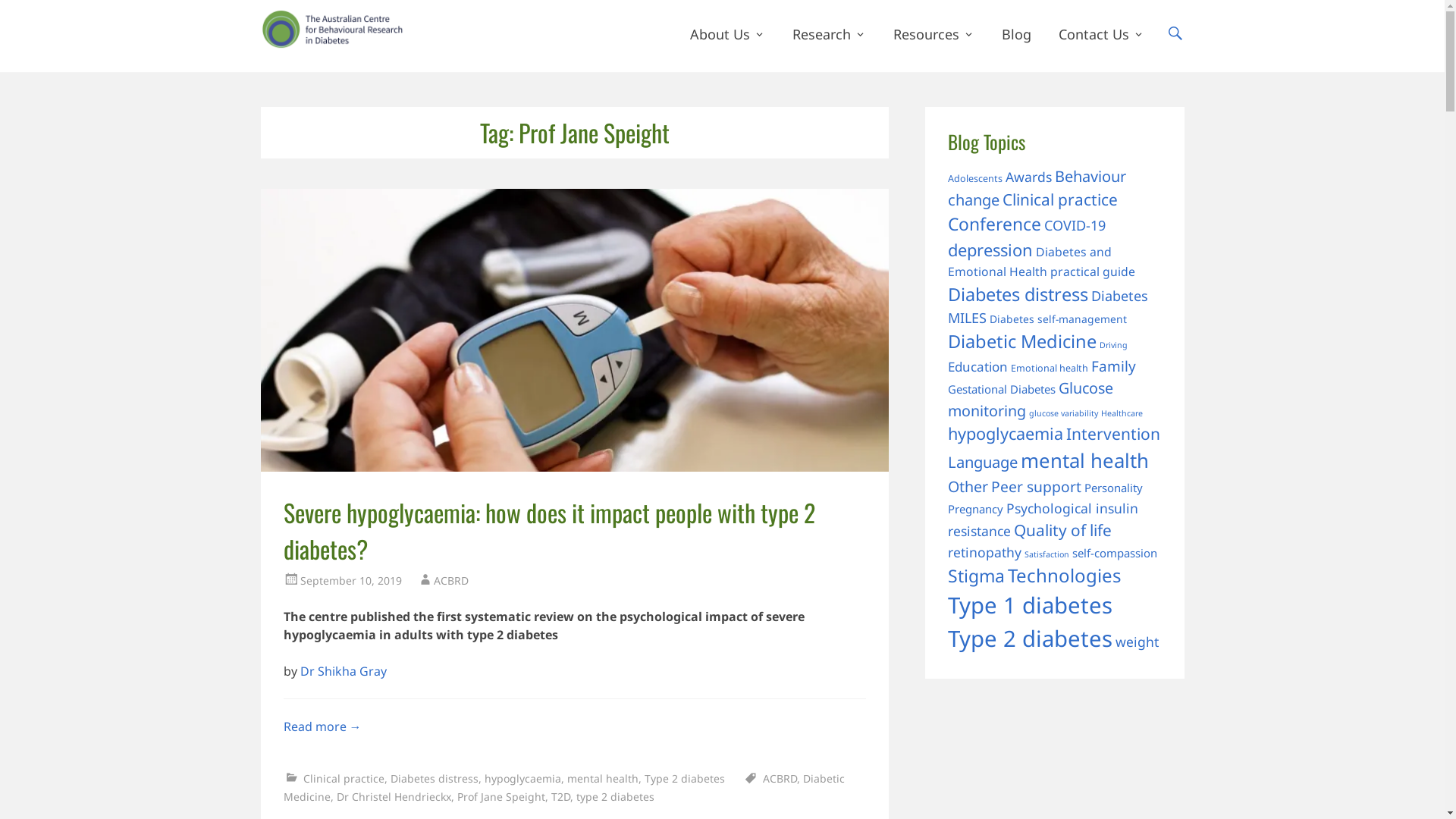 Image resolution: width=1456 pixels, height=819 pixels. I want to click on 'Behaviour change', so click(1036, 187).